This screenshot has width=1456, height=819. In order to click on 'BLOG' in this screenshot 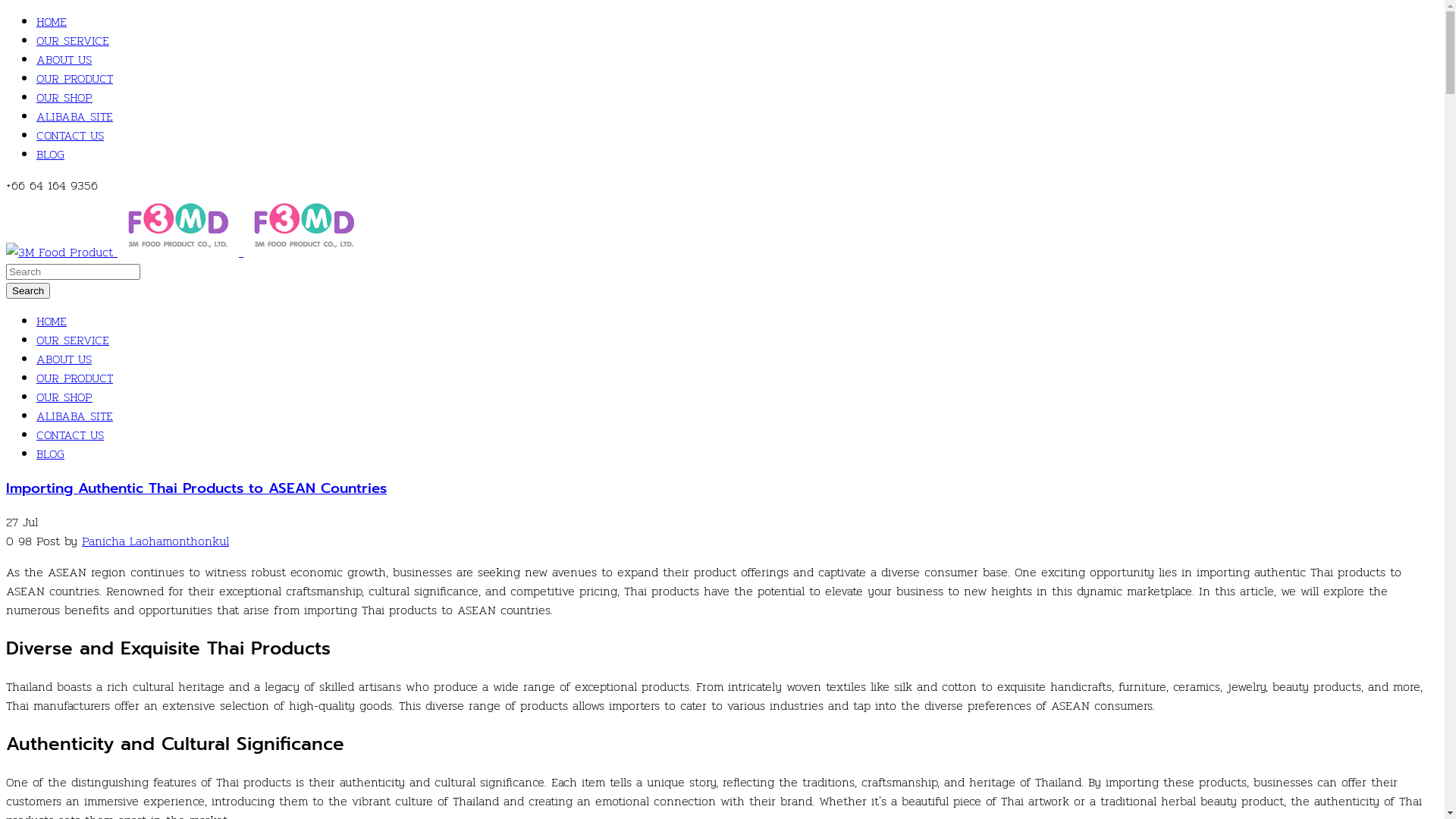, I will do `click(50, 154)`.